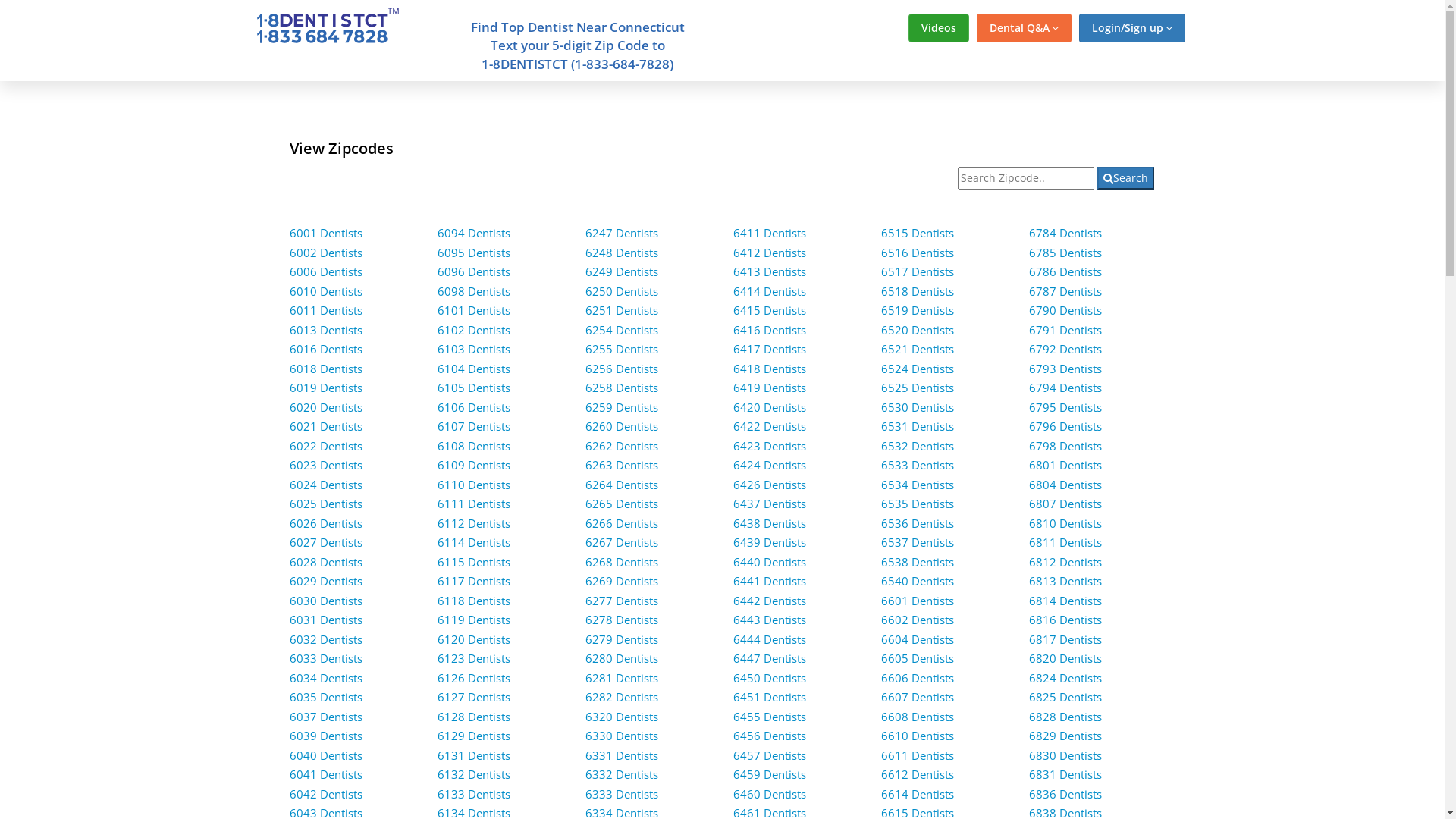 Image resolution: width=1456 pixels, height=819 pixels. What do you see at coordinates (622, 309) in the screenshot?
I see `'6251 Dentists'` at bounding box center [622, 309].